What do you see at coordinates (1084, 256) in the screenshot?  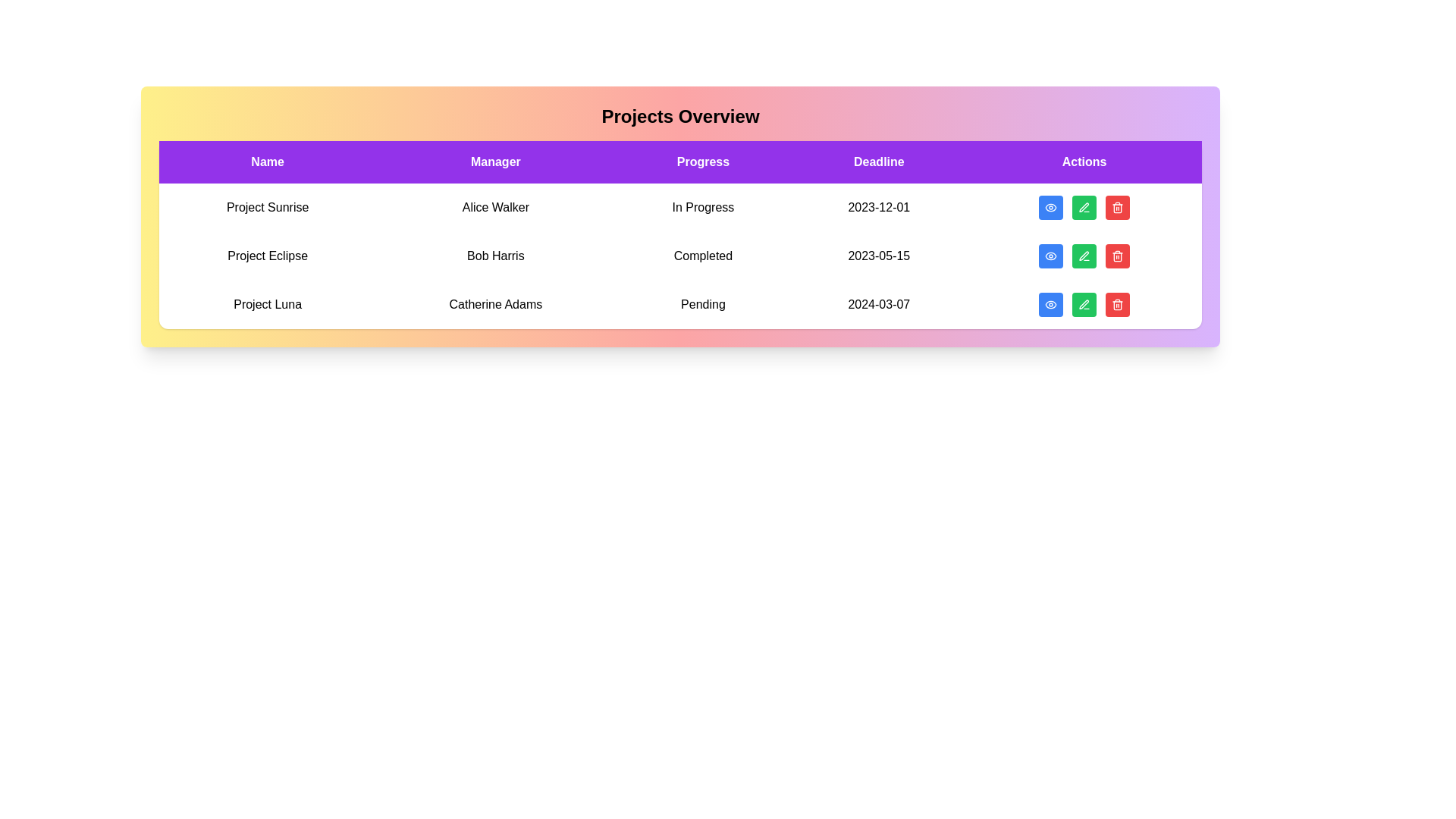 I see `edit button for the project identified by Project Eclipse` at bounding box center [1084, 256].